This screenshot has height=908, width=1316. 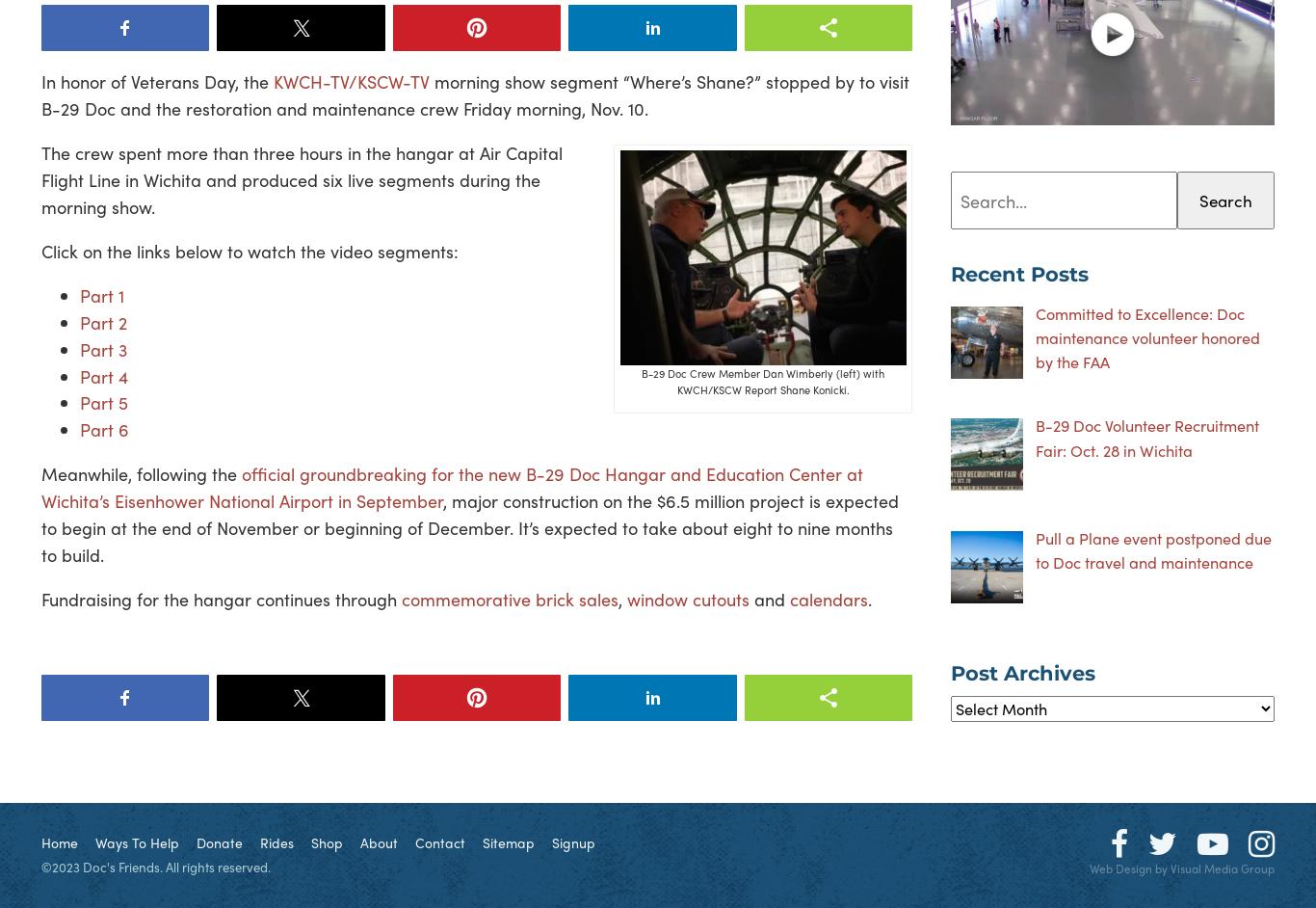 I want to click on 'Committed to Excellence: Doc maintenance volunteer honored by the FAA', so click(x=1033, y=336).